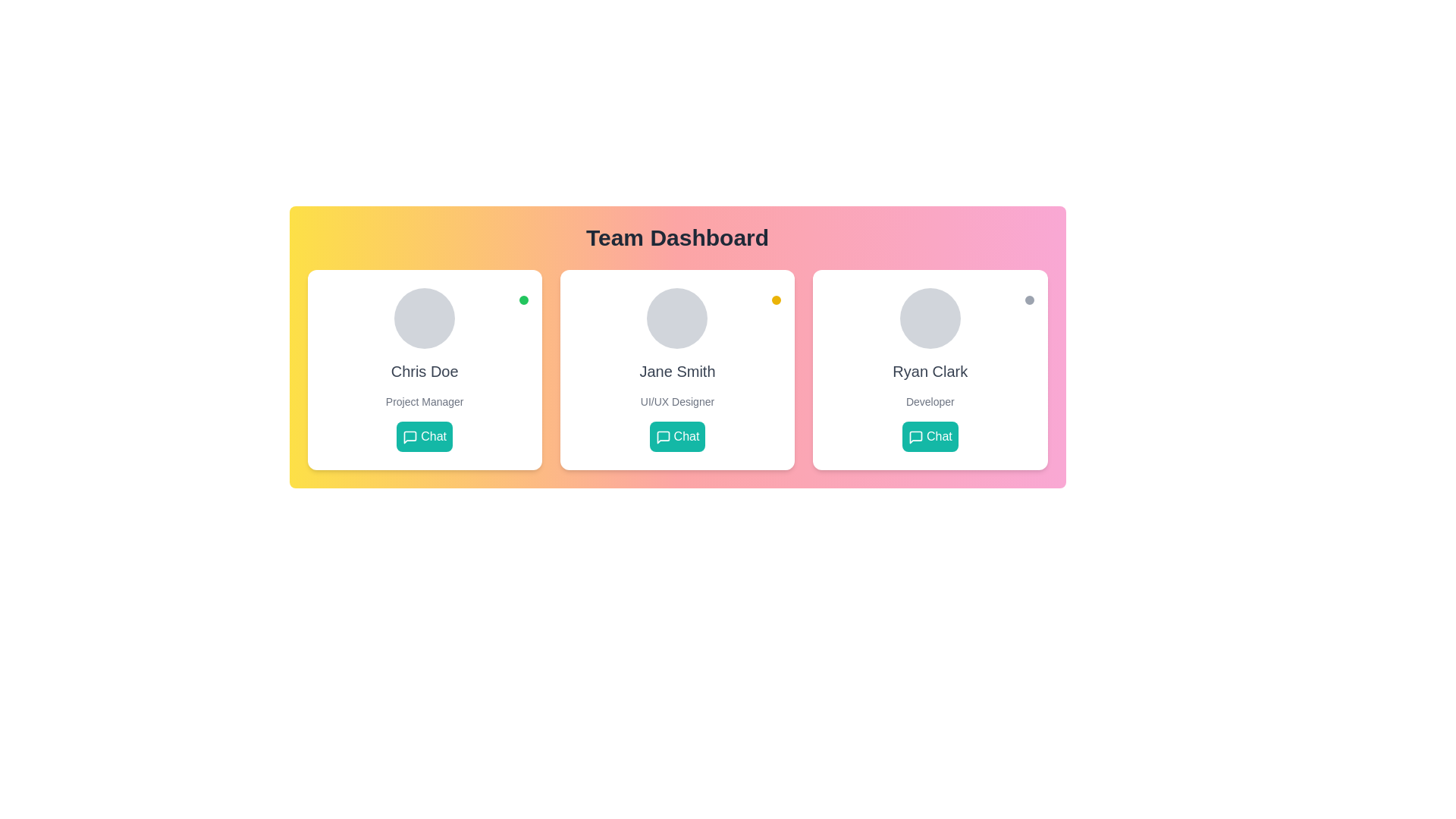  What do you see at coordinates (929, 371) in the screenshot?
I see `the profile card containing the user name text label located in the center of the third profile card on the dashboard, positioned below the avatar and above the role description 'Developer'` at bounding box center [929, 371].